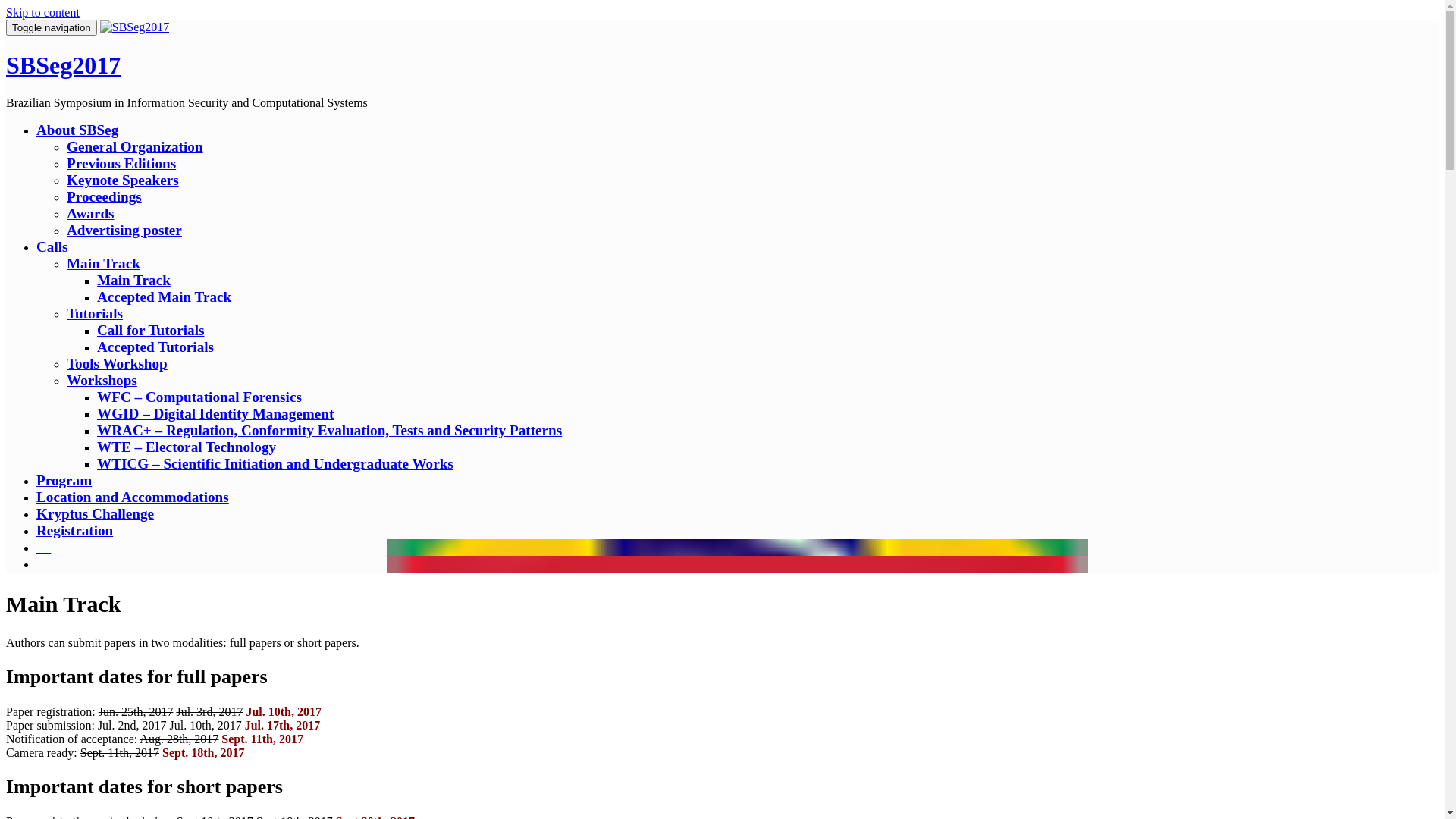 This screenshot has width=1456, height=819. What do you see at coordinates (134, 27) in the screenshot?
I see `'SBSeg2017'` at bounding box center [134, 27].